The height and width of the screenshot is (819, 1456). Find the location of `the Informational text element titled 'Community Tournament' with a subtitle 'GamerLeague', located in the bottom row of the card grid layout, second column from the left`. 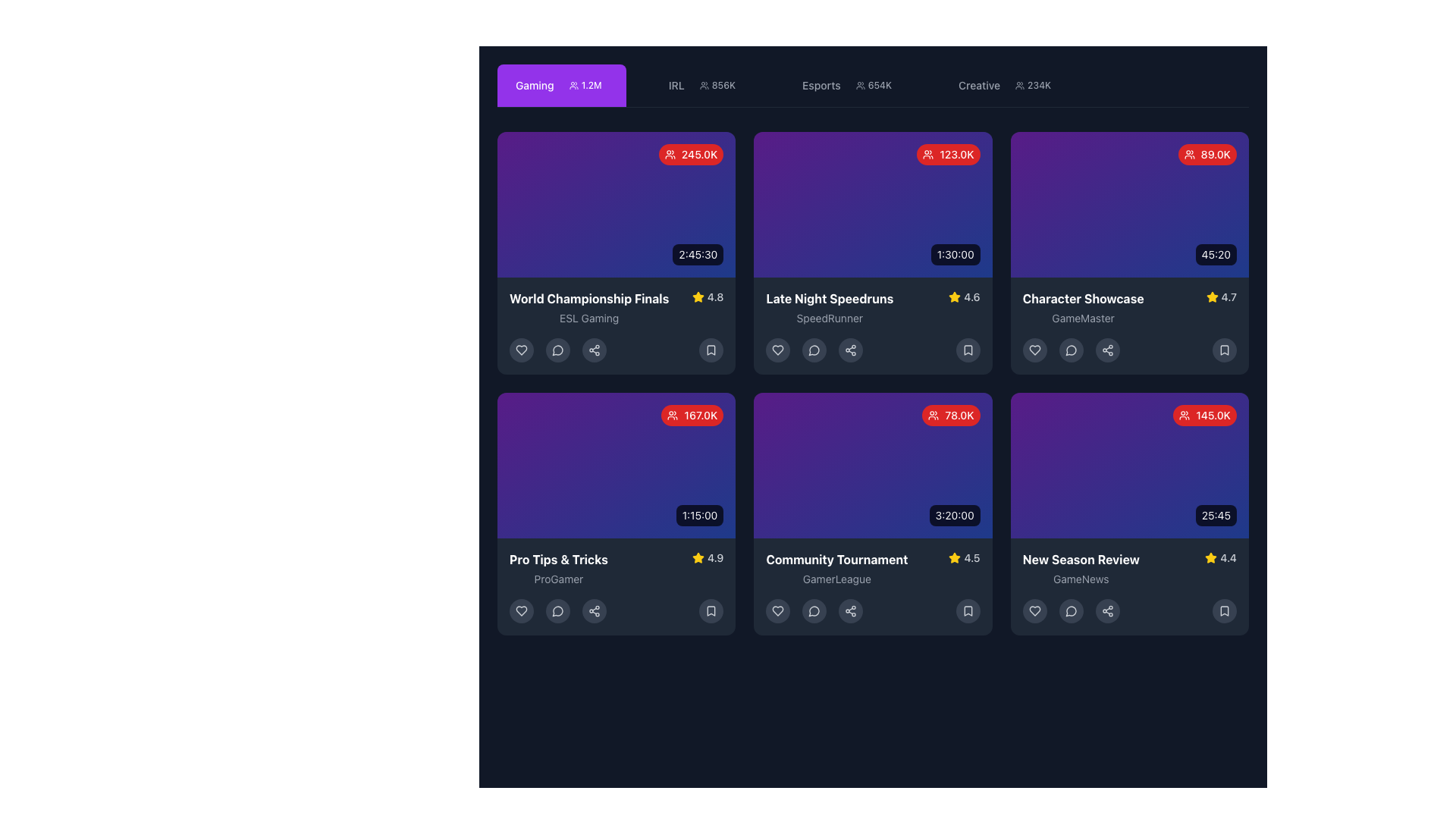

the Informational text element titled 'Community Tournament' with a subtitle 'GamerLeague', located in the bottom row of the card grid layout, second column from the left is located at coordinates (836, 568).